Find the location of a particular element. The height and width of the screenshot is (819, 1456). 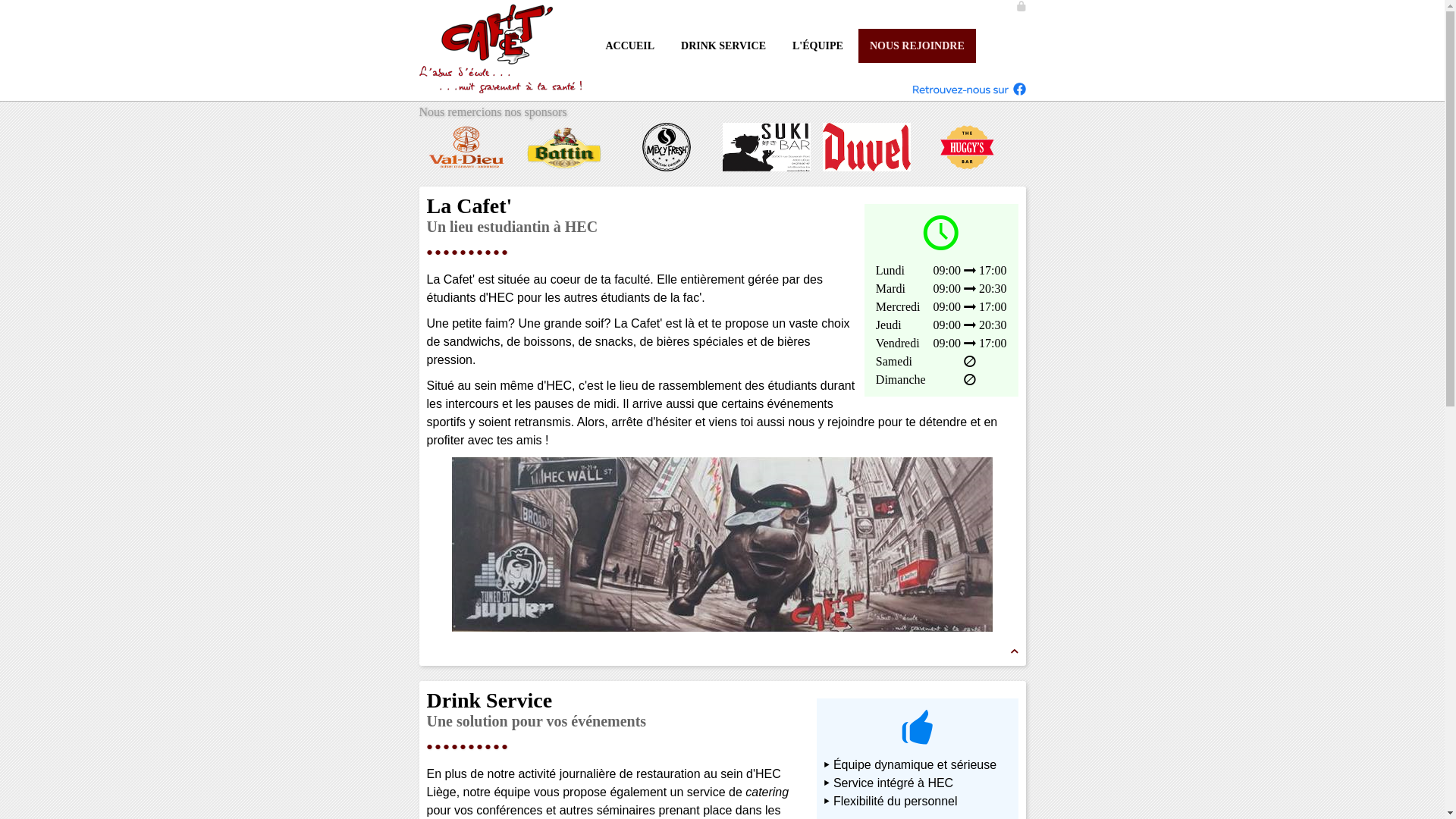

'ACCUEIL' is located at coordinates (629, 45).